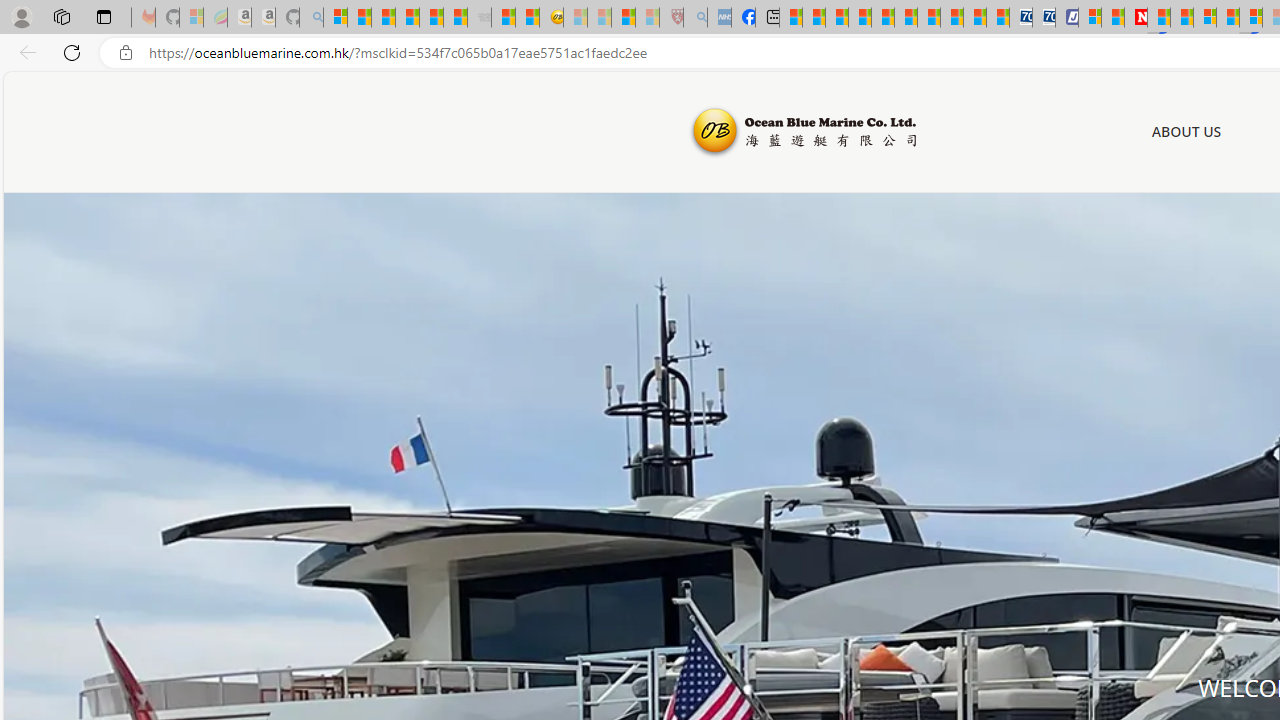 The image size is (1280, 720). What do you see at coordinates (1186, 132) in the screenshot?
I see `'ABOUT US'` at bounding box center [1186, 132].